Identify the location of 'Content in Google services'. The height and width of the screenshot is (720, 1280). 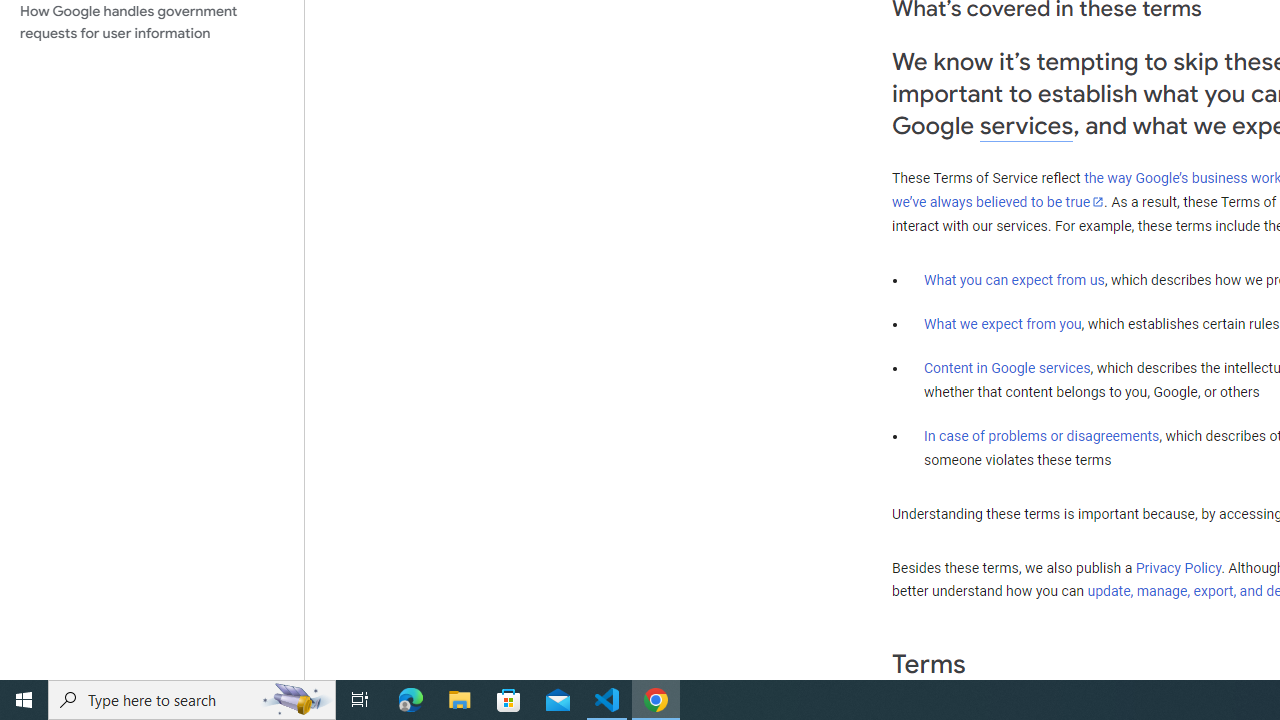
(1007, 368).